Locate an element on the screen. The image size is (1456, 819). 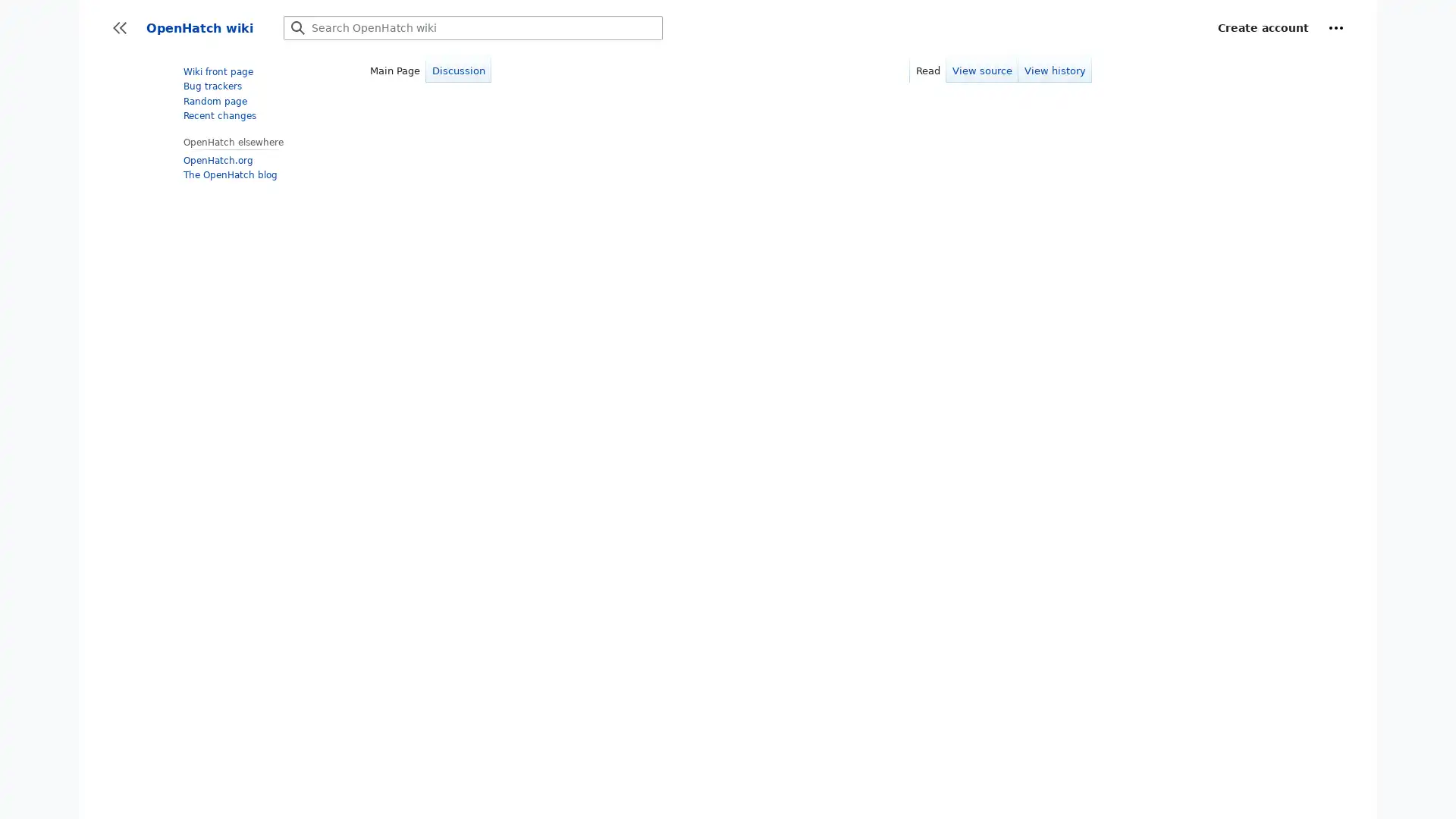
Toggle sidebar is located at coordinates (119, 28).